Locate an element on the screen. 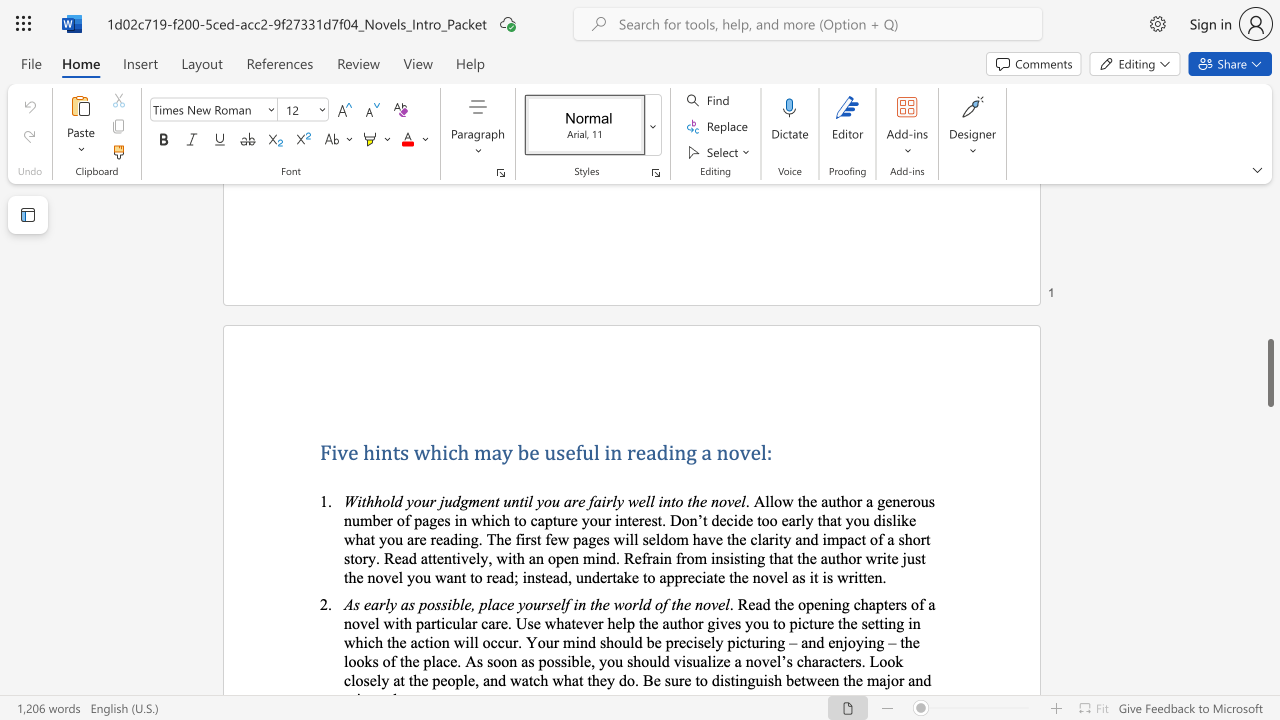  the subset text "f in th" within the text "As early as possible, place yourself in the world of the novel" is located at coordinates (564, 603).